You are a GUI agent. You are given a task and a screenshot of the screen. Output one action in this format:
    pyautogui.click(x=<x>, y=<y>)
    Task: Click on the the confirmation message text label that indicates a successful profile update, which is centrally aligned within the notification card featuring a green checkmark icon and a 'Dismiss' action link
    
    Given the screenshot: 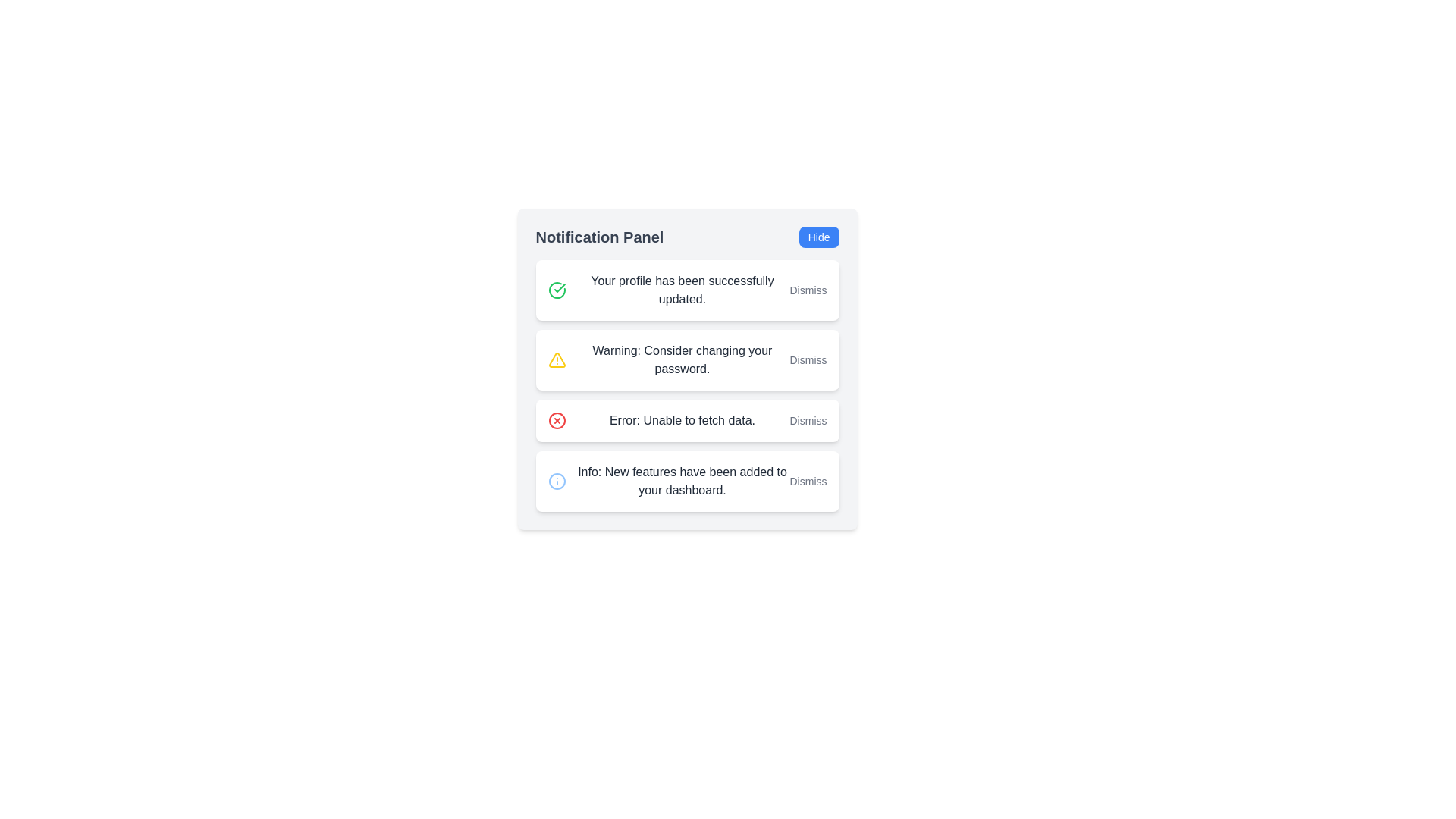 What is the action you would take?
    pyautogui.click(x=682, y=290)
    